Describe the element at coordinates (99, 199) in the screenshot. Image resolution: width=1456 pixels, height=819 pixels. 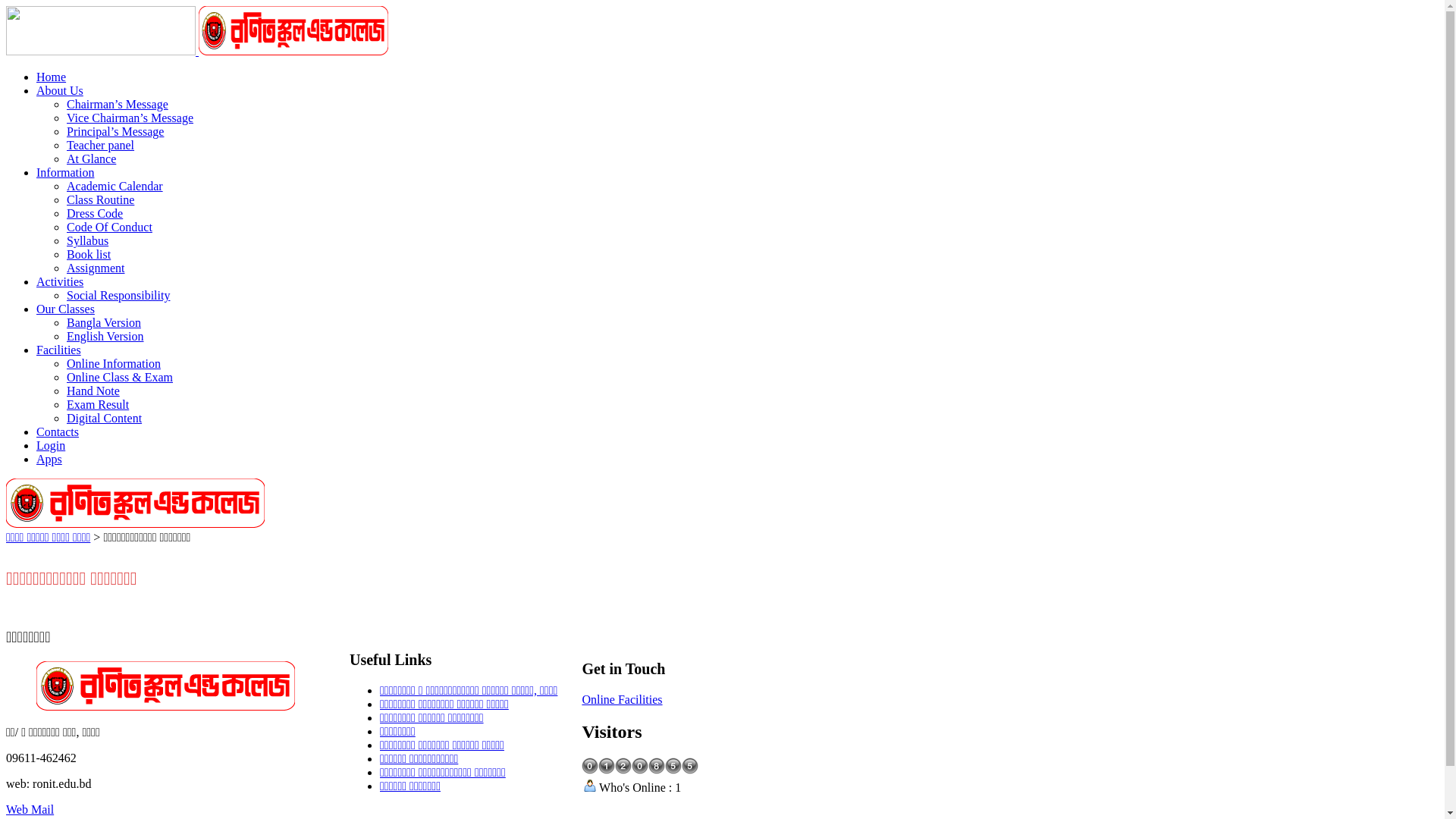
I see `'Class Routine'` at that location.